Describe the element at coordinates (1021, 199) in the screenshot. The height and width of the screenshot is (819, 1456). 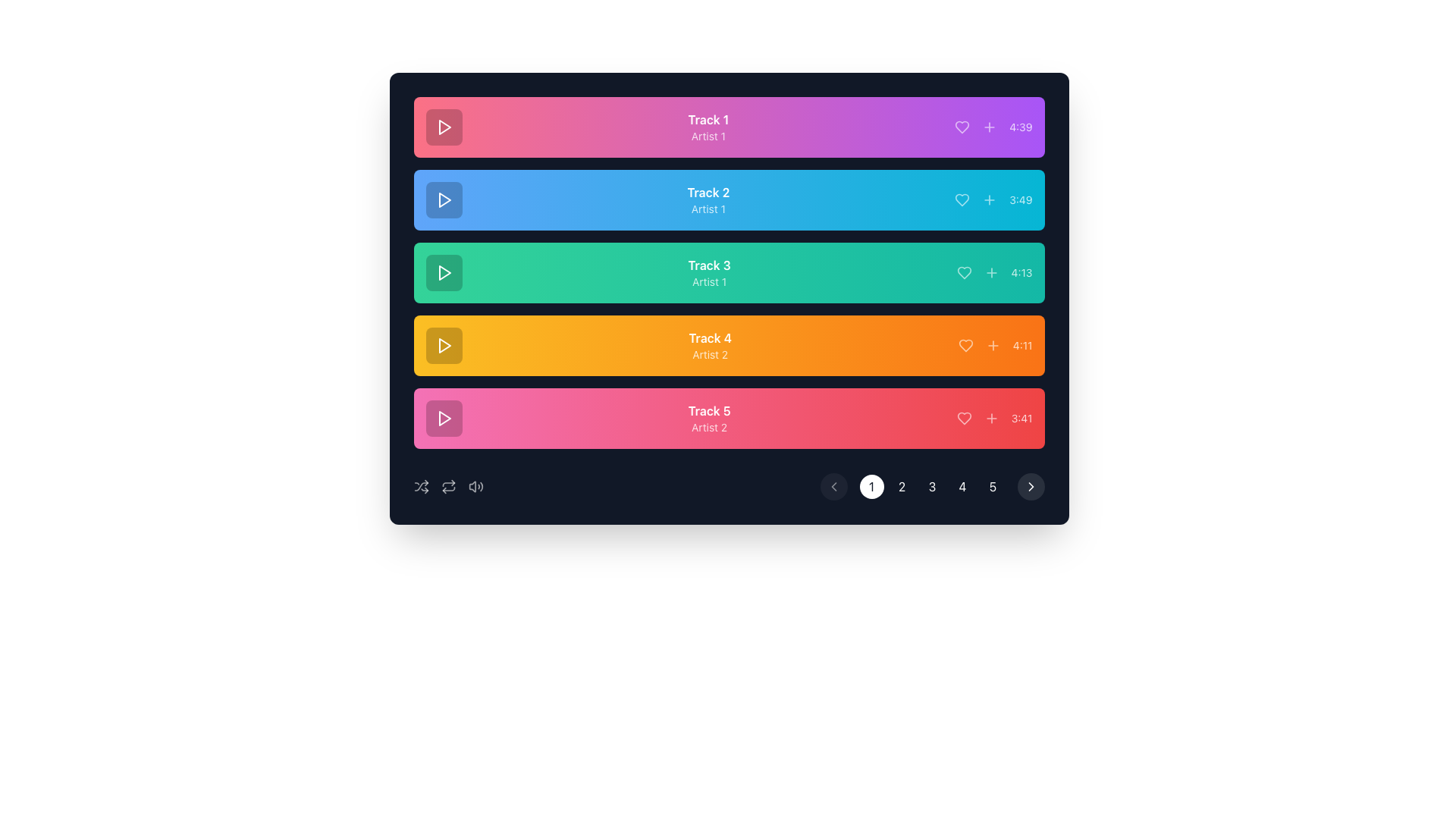
I see `the text label displaying the timestamp '3:49', which is styled in white at 80% opacity and positioned at the far right of the music track entry interface` at that location.